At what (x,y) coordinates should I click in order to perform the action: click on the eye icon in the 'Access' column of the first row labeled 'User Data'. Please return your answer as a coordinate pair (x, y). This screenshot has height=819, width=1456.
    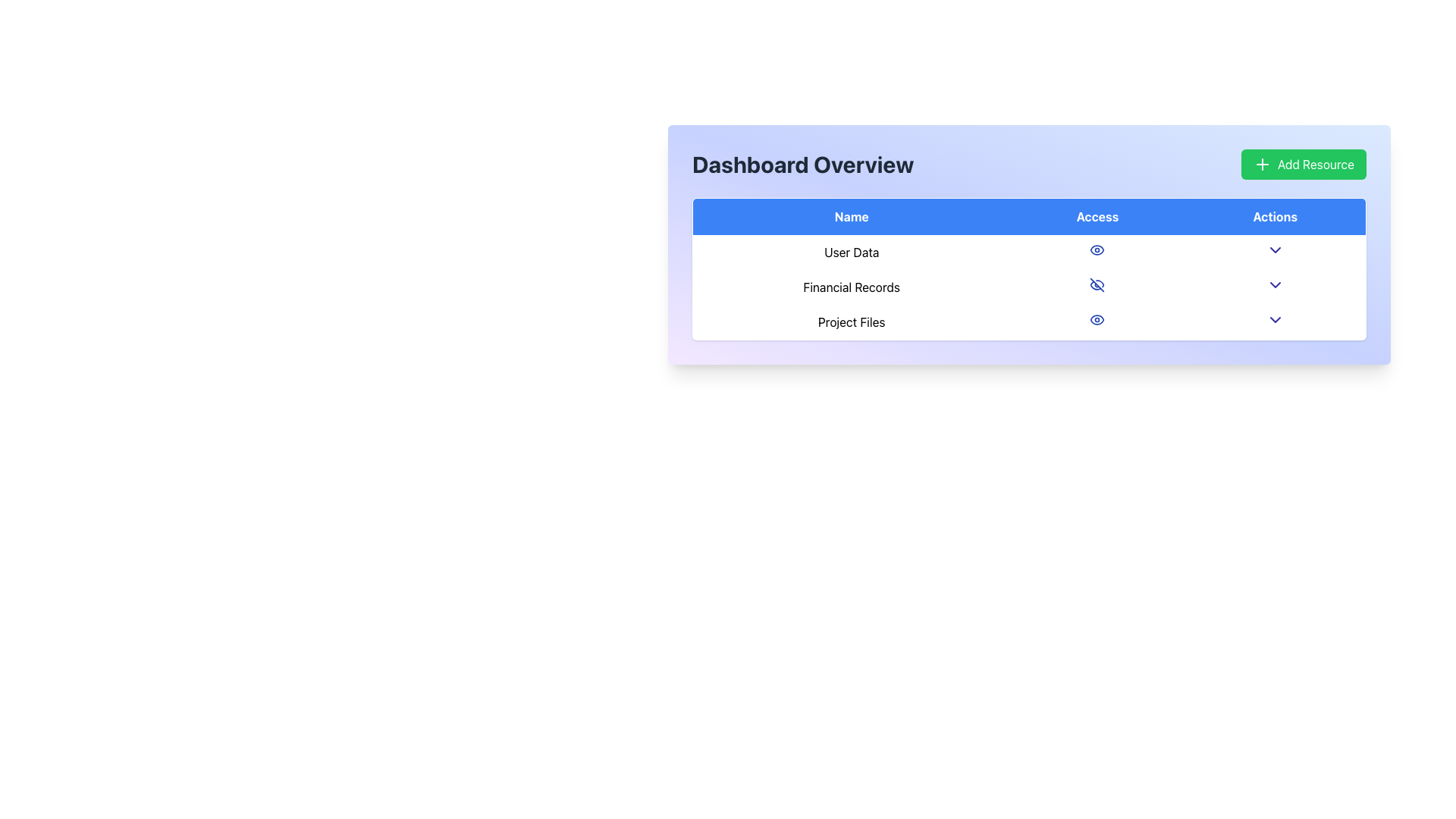
    Looking at the image, I should click on (1097, 249).